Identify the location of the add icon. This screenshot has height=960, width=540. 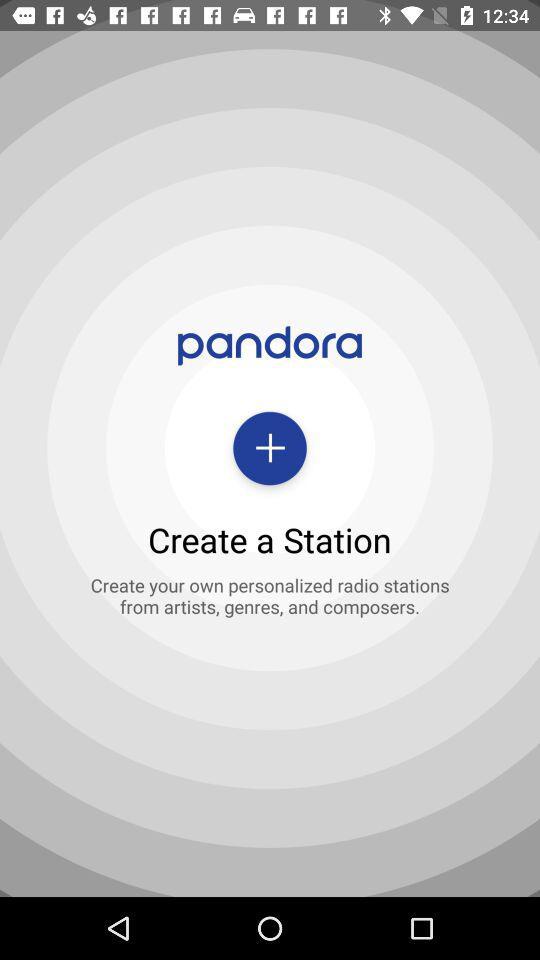
(270, 448).